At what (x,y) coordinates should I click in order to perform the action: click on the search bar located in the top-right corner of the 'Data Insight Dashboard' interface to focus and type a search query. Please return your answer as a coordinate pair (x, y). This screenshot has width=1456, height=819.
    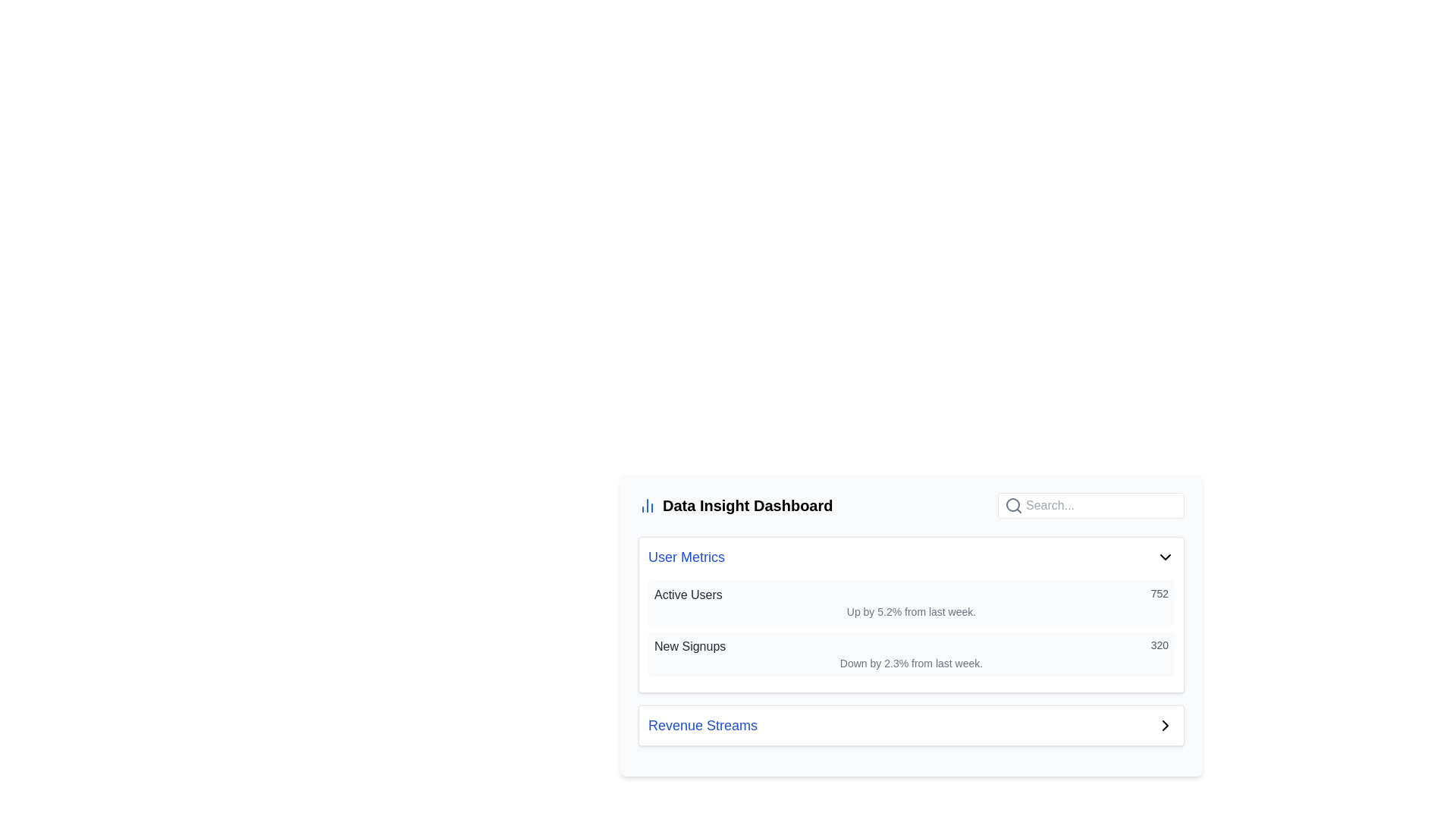
    Looking at the image, I should click on (1090, 506).